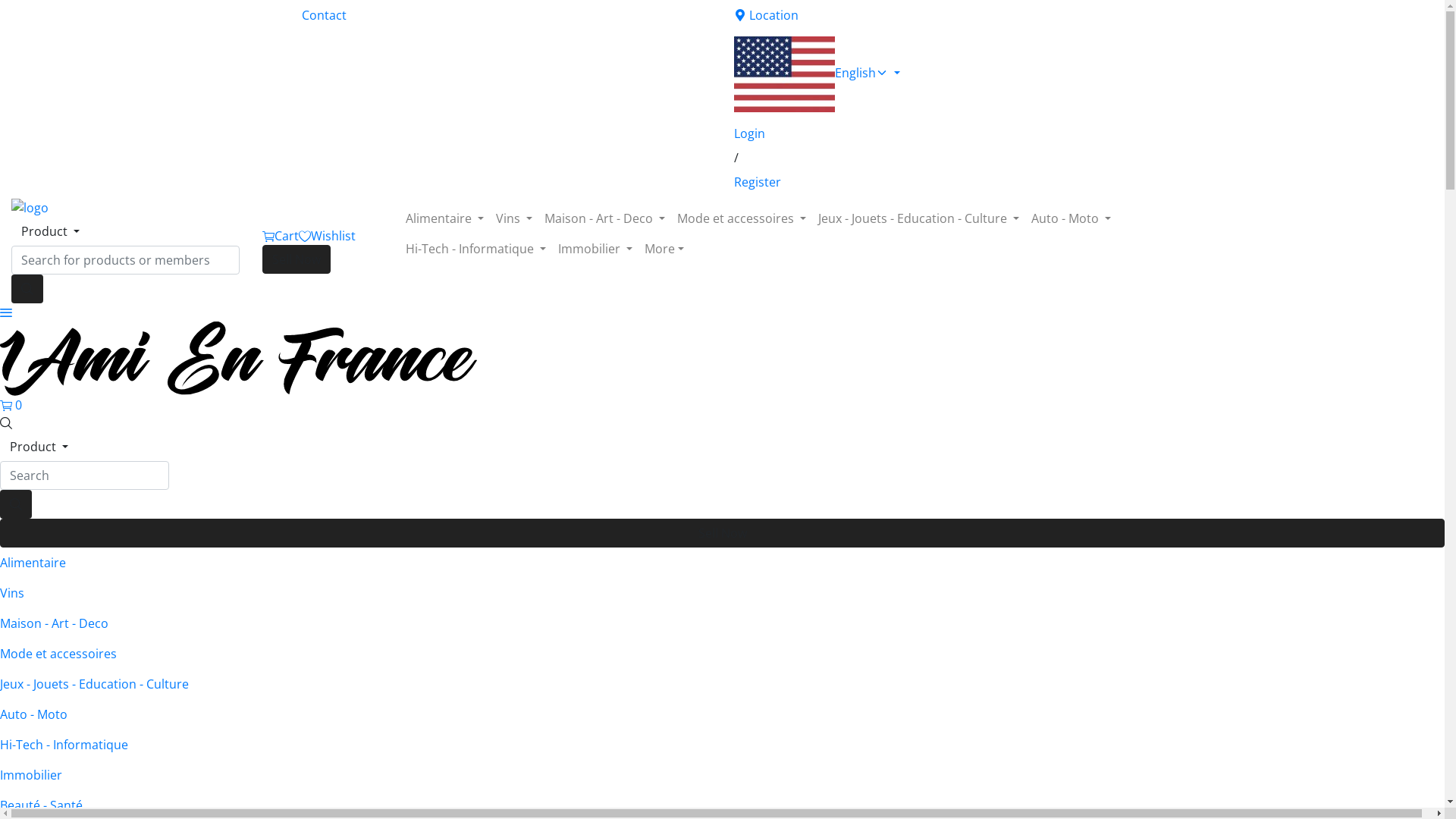 The image size is (1456, 819). Describe the element at coordinates (1070, 218) in the screenshot. I see `'Auto - Moto'` at that location.